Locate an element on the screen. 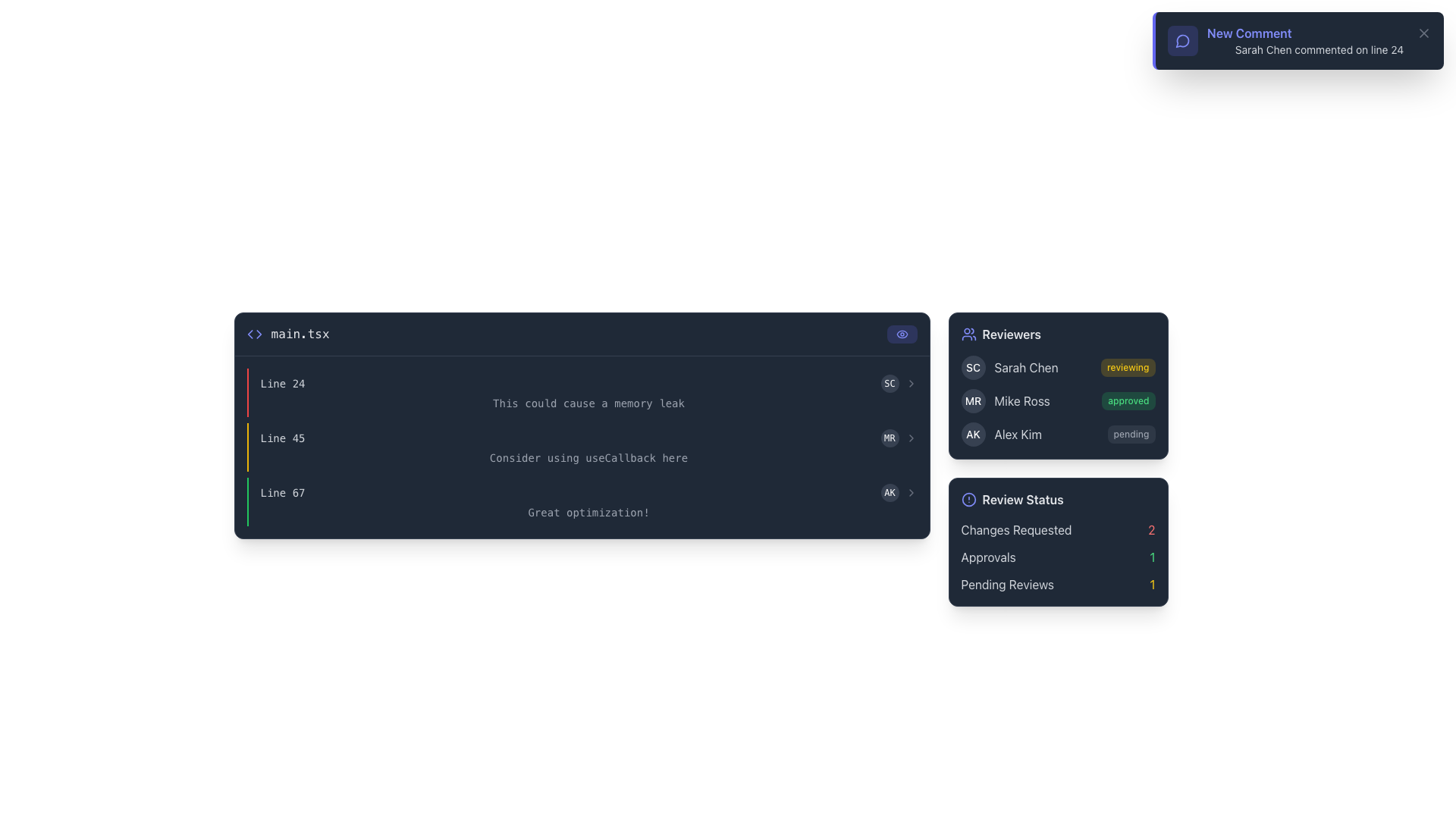 This screenshot has height=819, width=1456. the prominent notification card with the header 'New Comment' and the dismiss 'X' icon located at the top-right area of the interface is located at coordinates (1298, 40).